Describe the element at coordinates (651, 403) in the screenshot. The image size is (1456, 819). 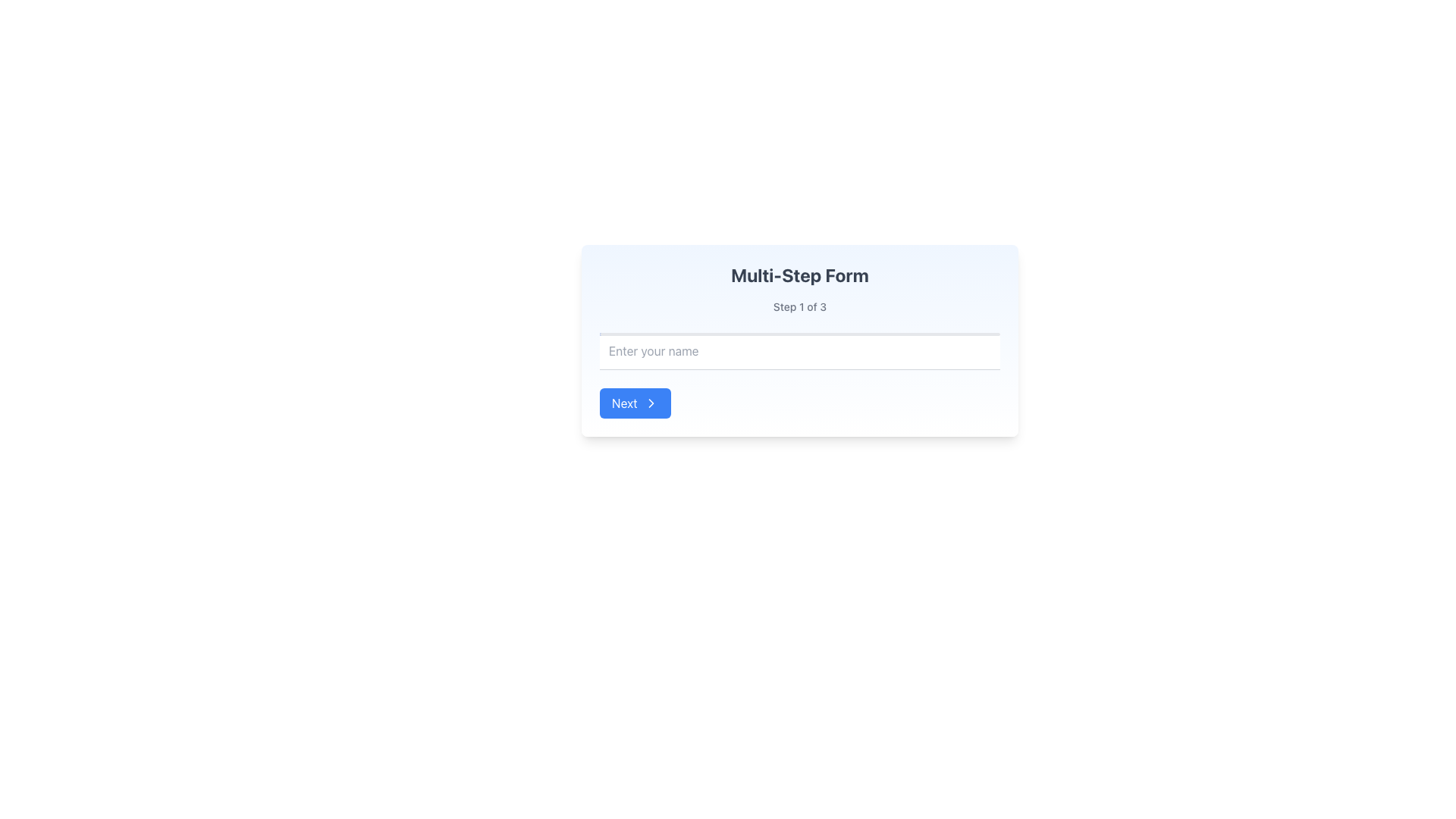
I see `the chevron arrow icon located to the right of the 'Next' text within the button at the bottom left quadrant of the form interface` at that location.